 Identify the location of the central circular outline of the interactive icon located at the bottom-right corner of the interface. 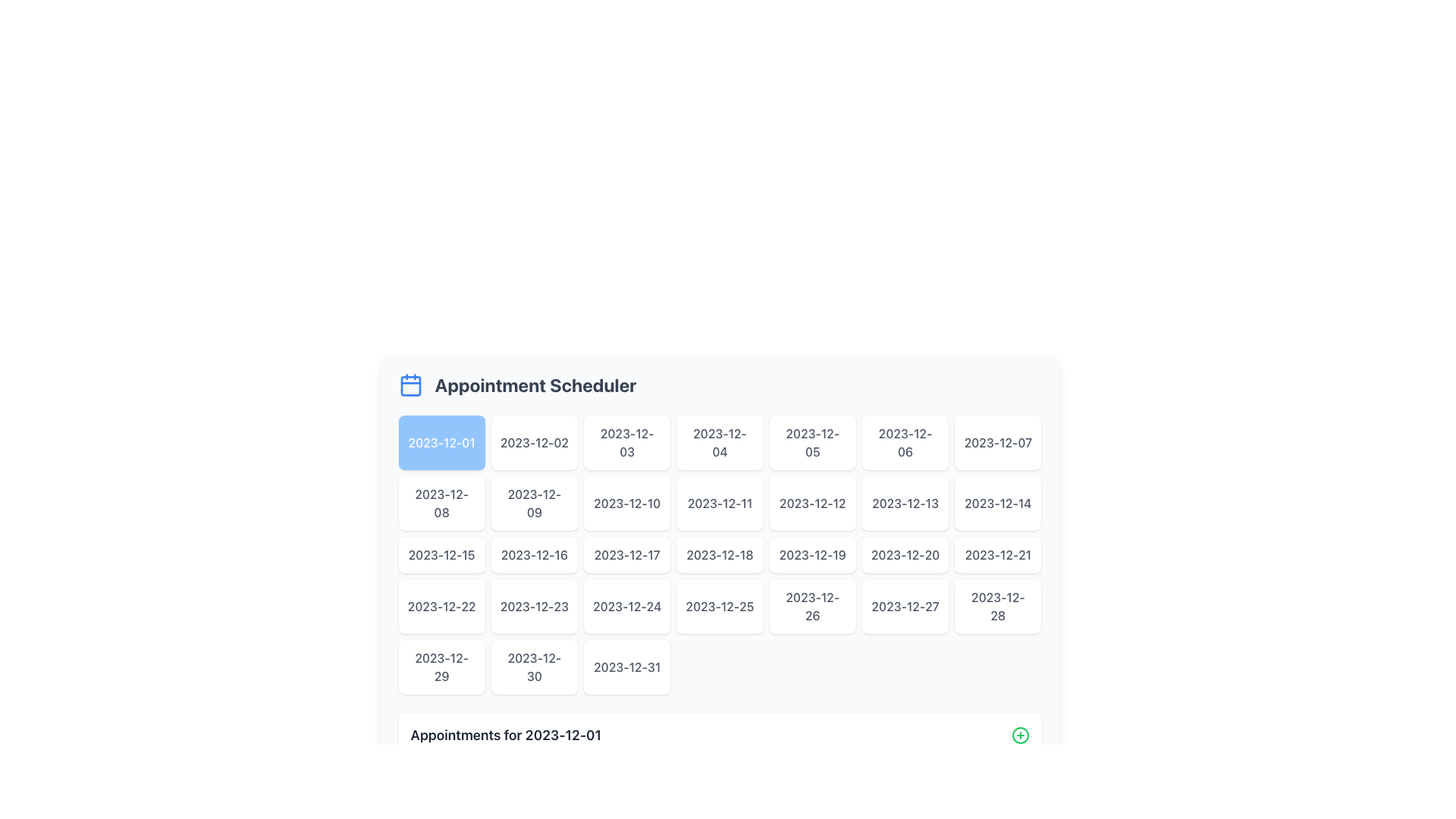
(1020, 734).